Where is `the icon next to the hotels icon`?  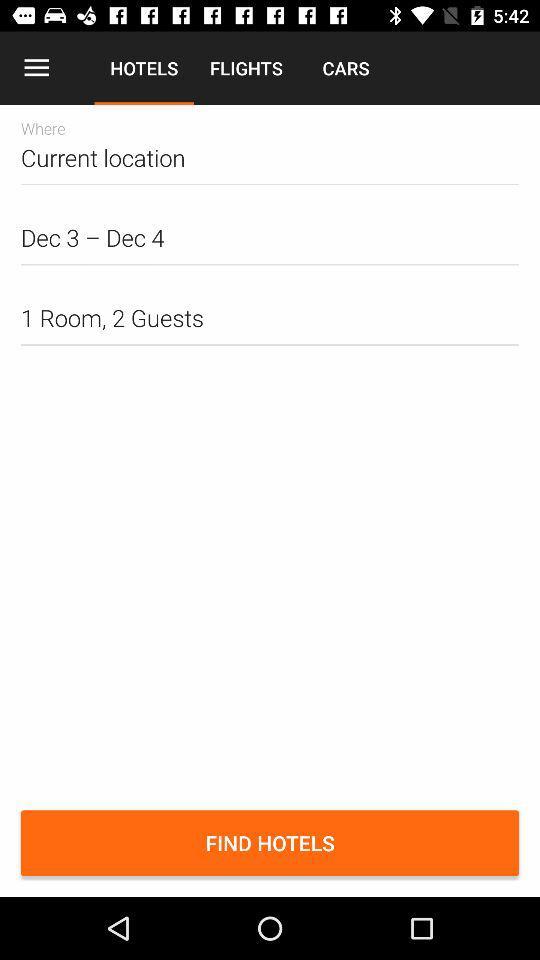
the icon next to the hotels icon is located at coordinates (36, 68).